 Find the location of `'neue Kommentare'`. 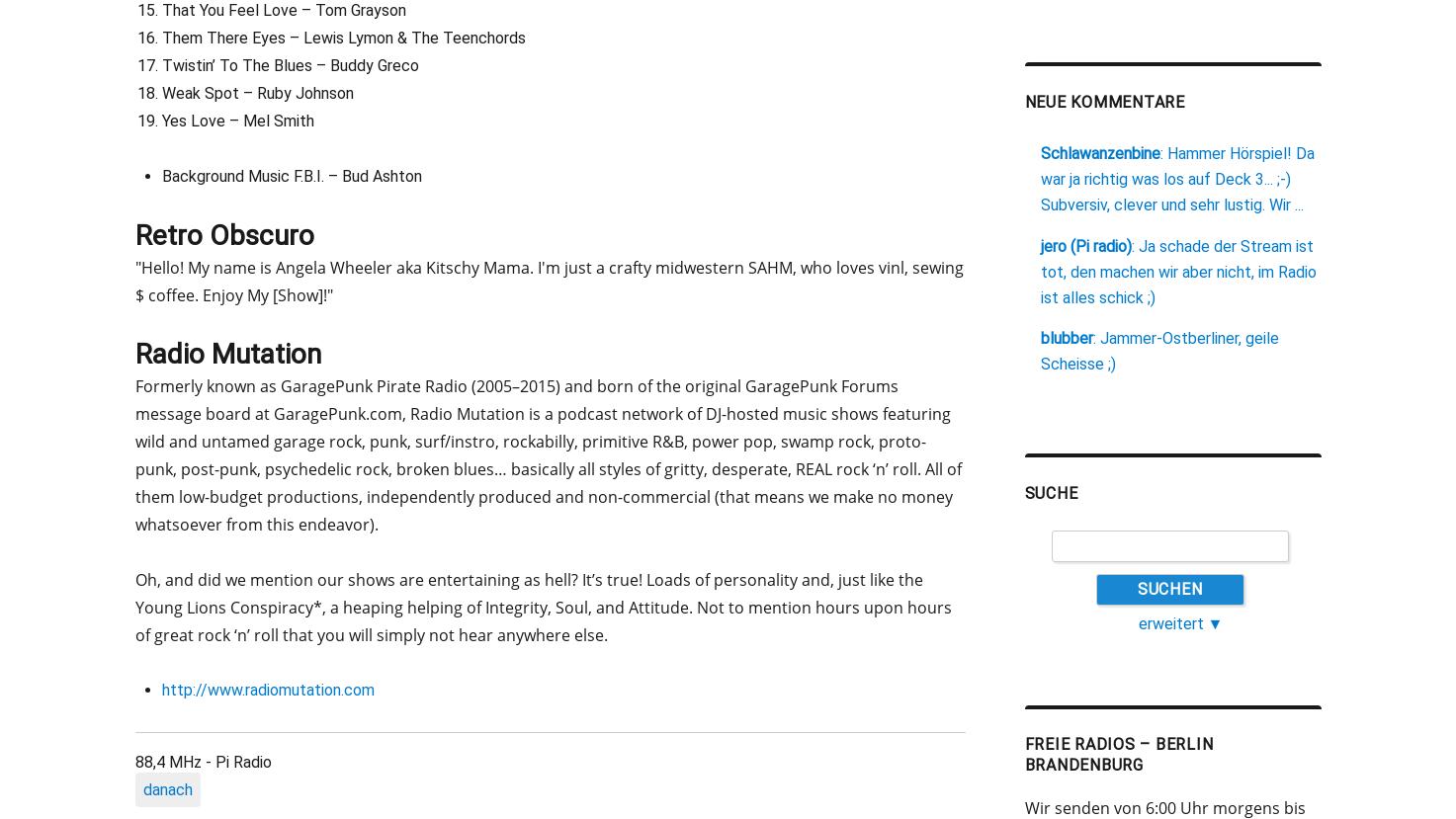

'neue Kommentare' is located at coordinates (1103, 102).